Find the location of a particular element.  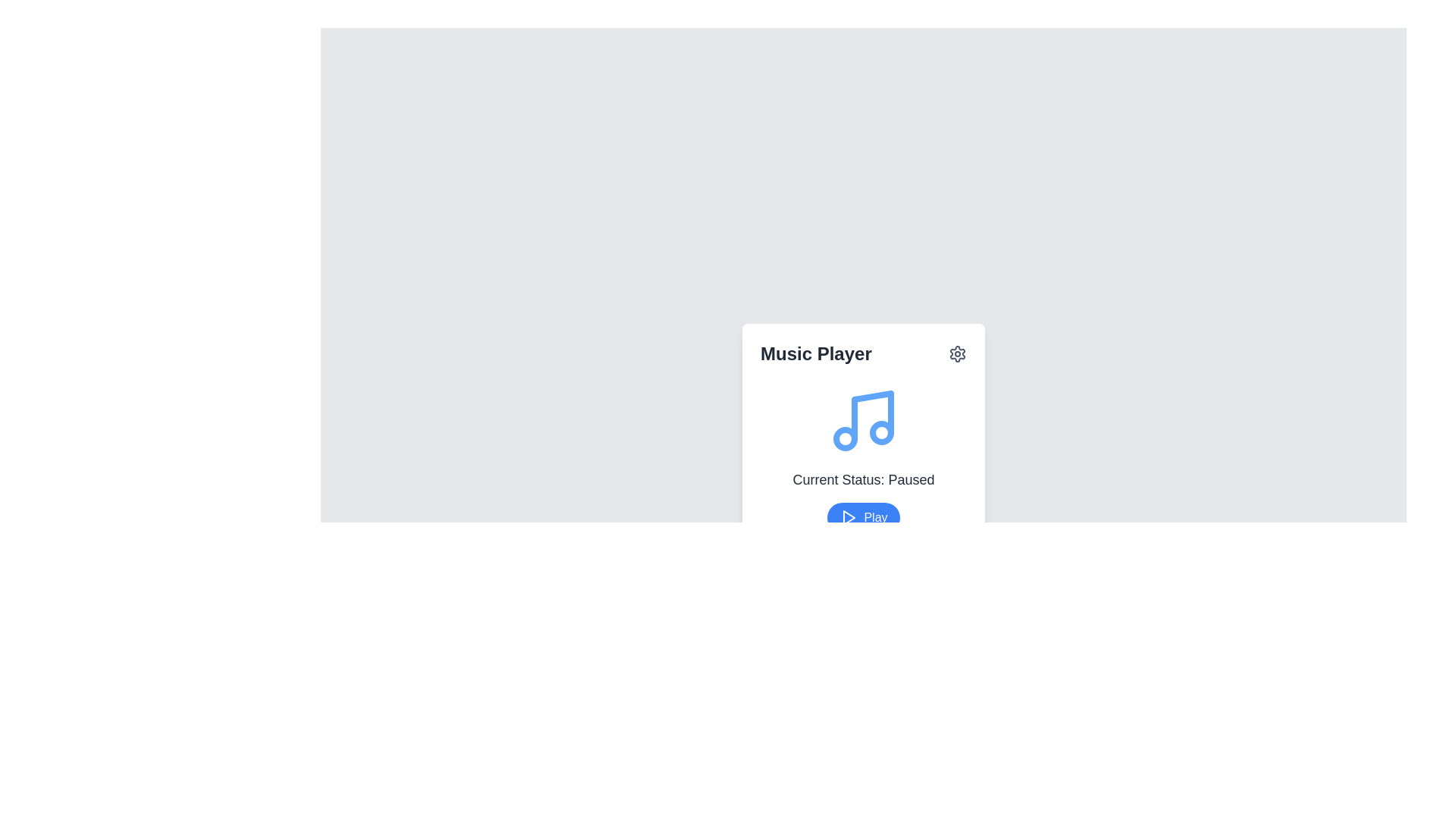

the 'Play' button, a round-ended rectangular button with a blue background and white text is located at coordinates (863, 516).